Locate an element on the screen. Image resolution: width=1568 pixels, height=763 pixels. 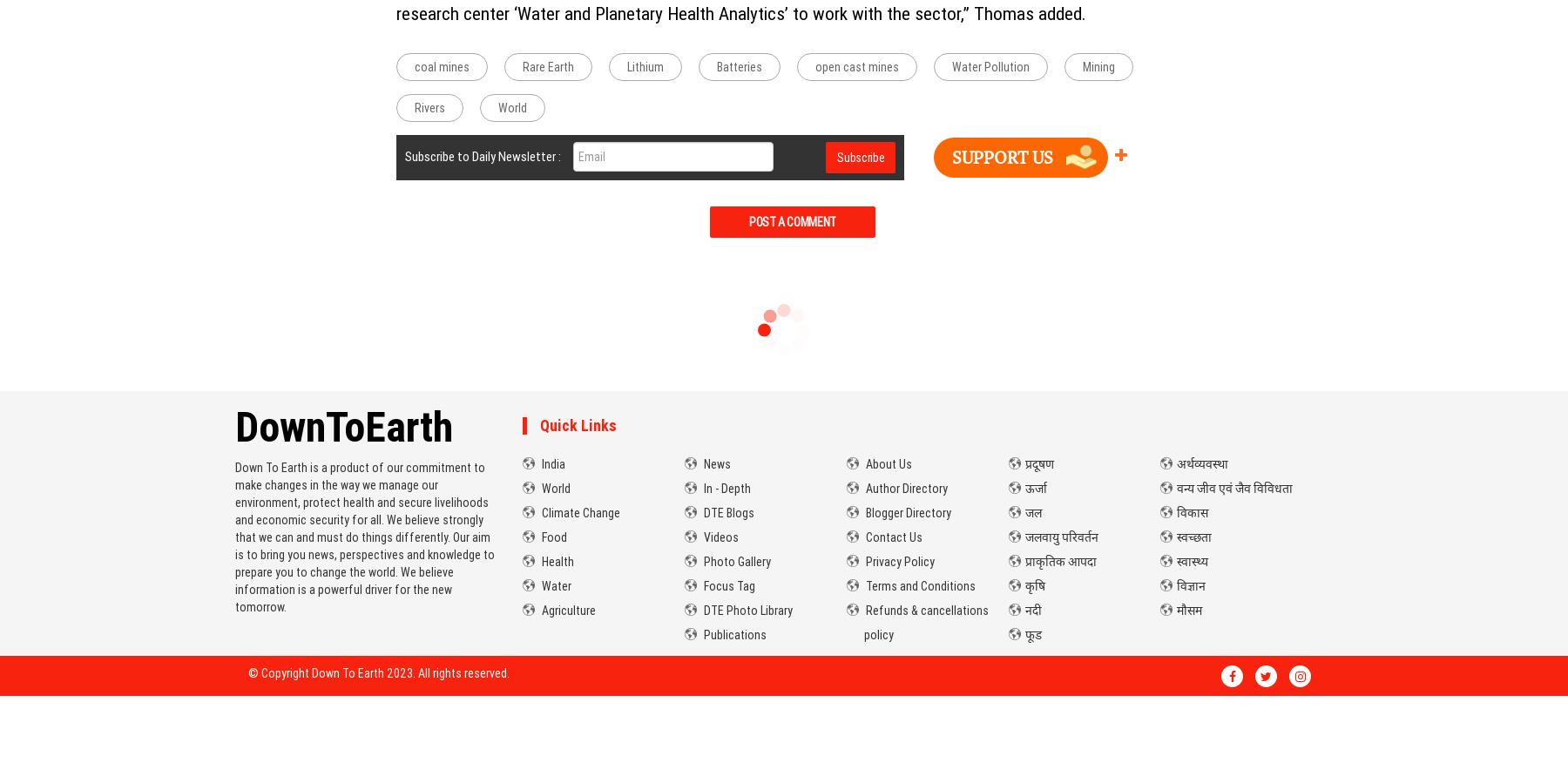
'Rivers' is located at coordinates (429, 105).